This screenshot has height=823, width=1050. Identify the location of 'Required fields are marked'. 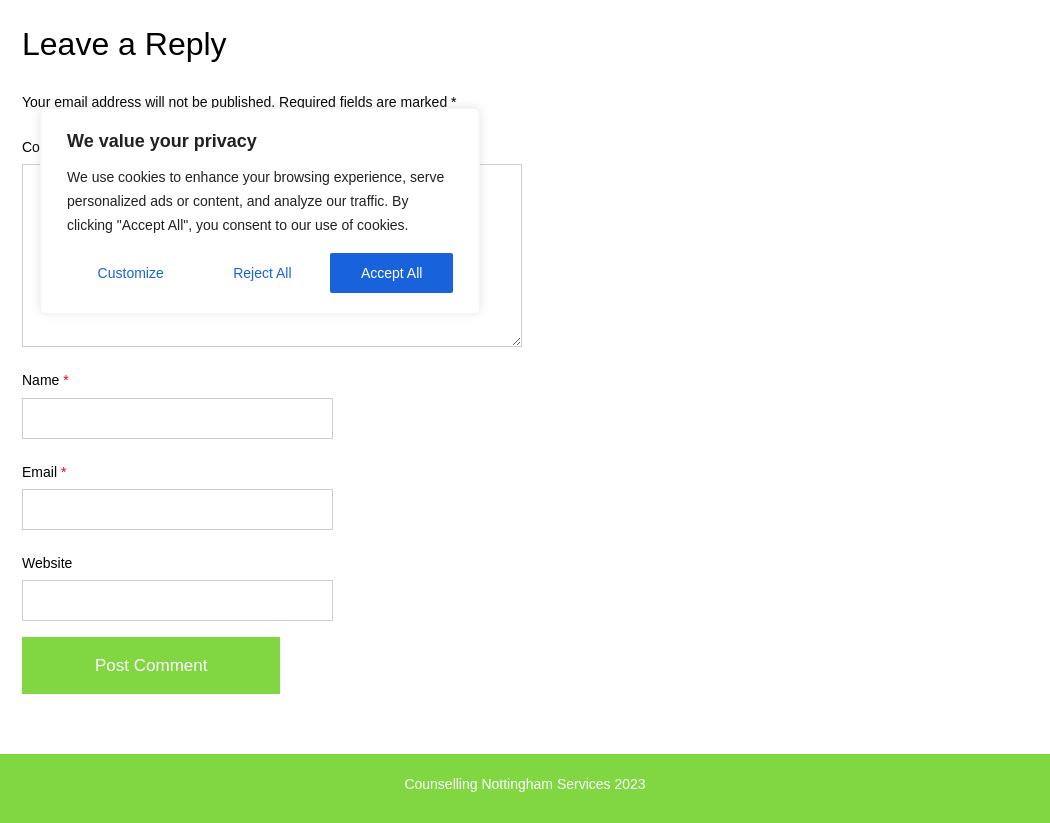
(363, 99).